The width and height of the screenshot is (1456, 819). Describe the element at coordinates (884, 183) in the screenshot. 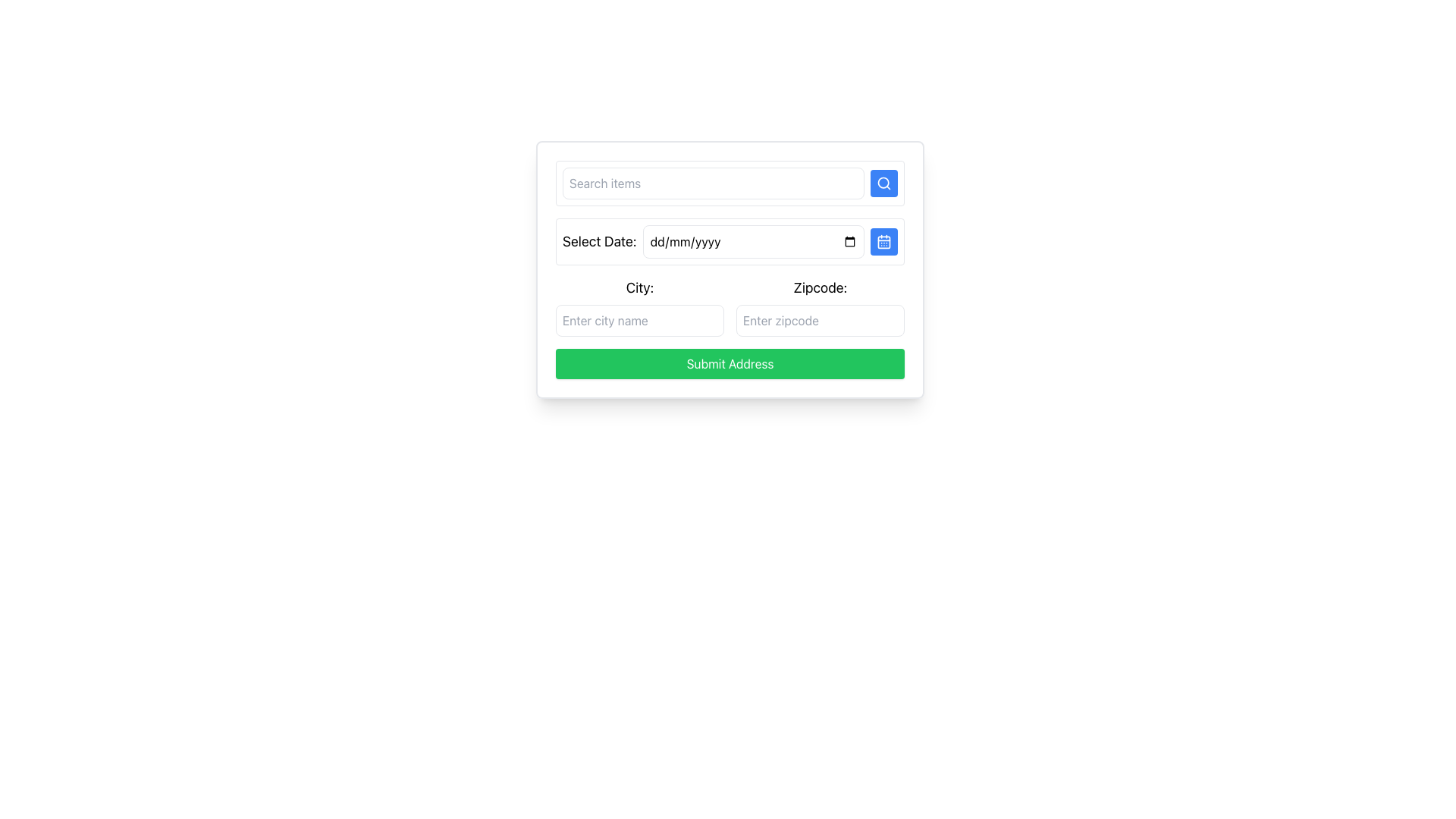

I see `the blue circular button with a white magnifying glass icon to initiate a search located at the end of the 'Search items' input field` at that location.